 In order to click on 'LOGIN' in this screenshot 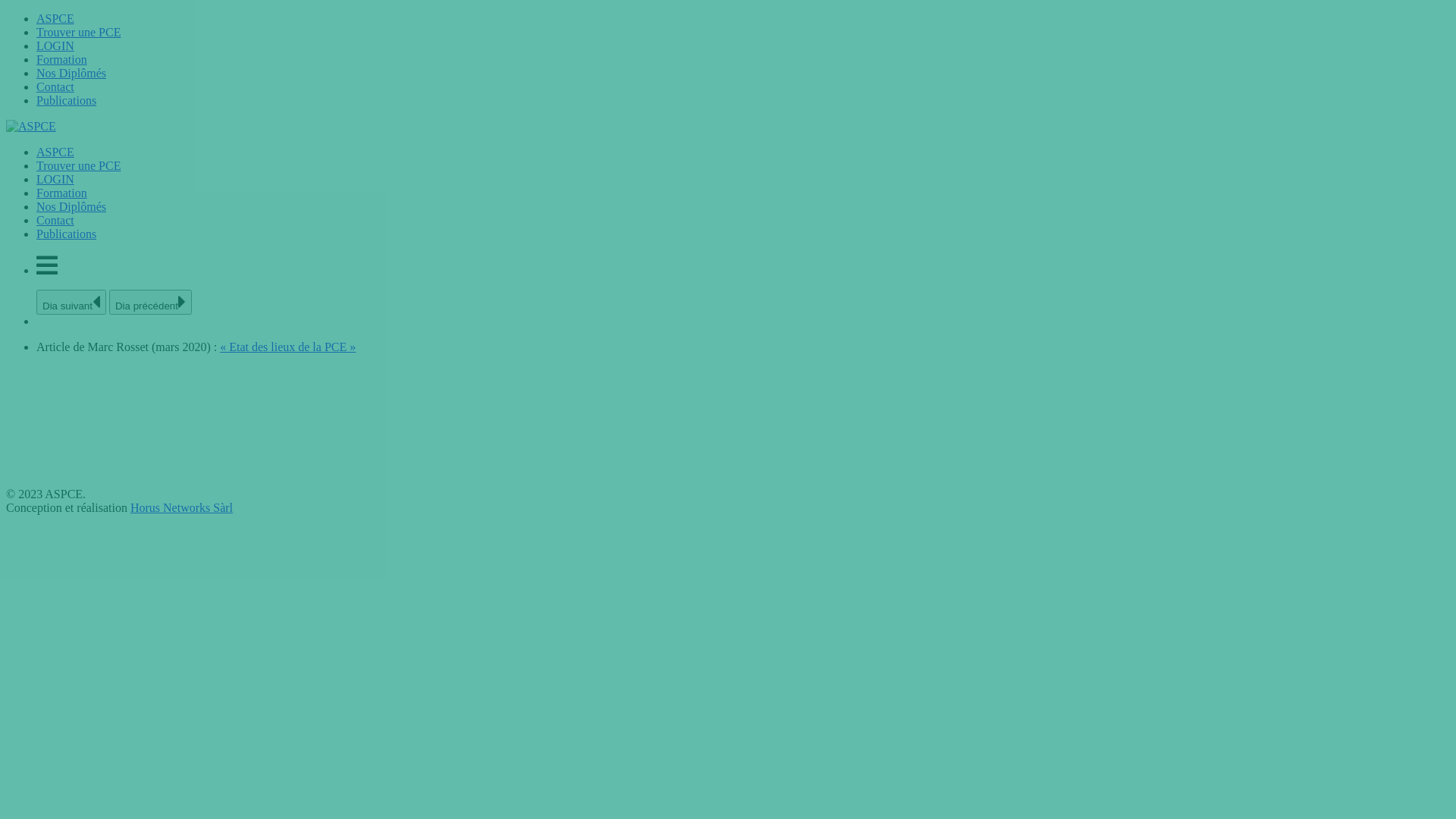, I will do `click(36, 178)`.